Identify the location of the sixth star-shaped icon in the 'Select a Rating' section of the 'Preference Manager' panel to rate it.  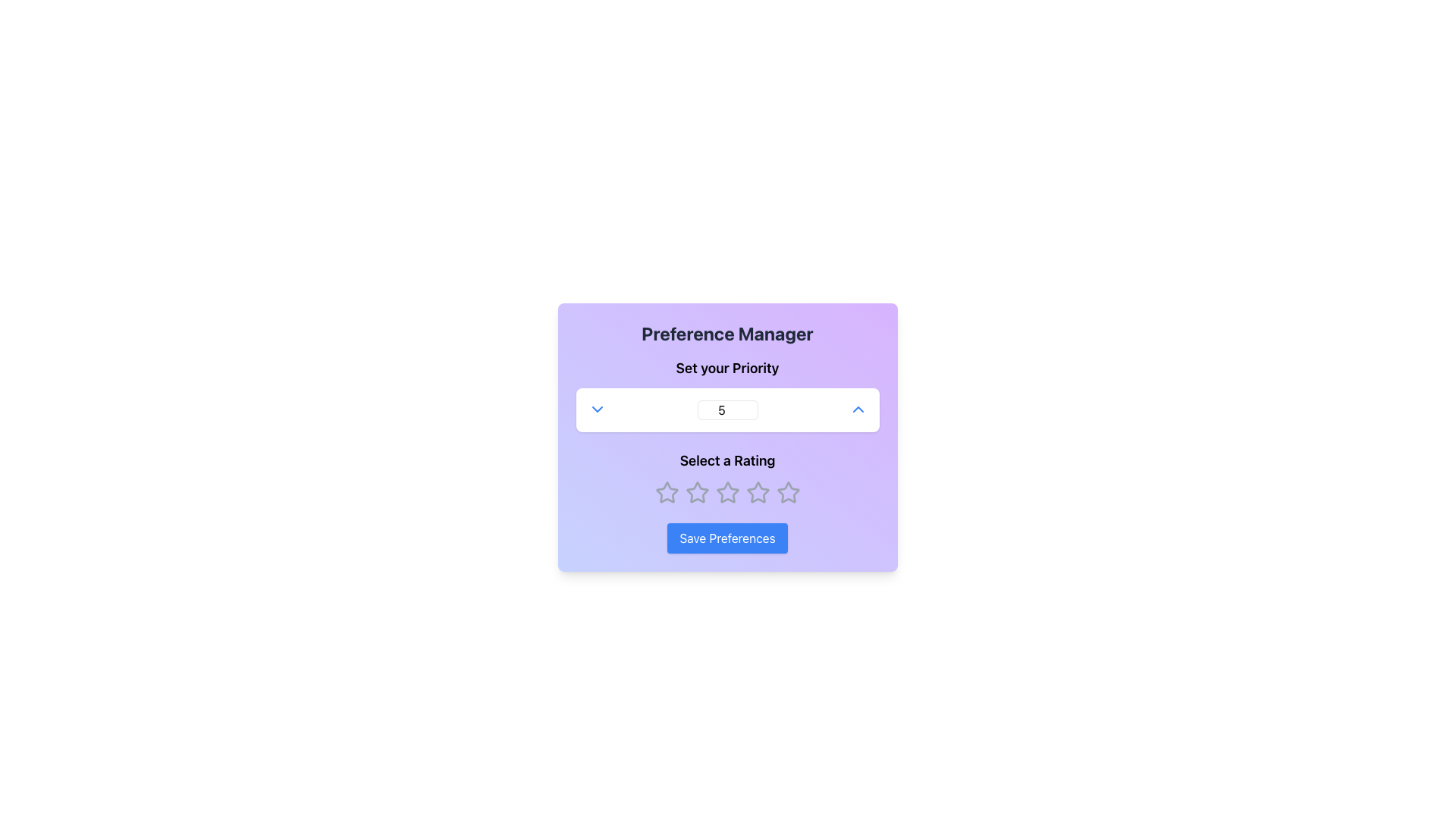
(758, 493).